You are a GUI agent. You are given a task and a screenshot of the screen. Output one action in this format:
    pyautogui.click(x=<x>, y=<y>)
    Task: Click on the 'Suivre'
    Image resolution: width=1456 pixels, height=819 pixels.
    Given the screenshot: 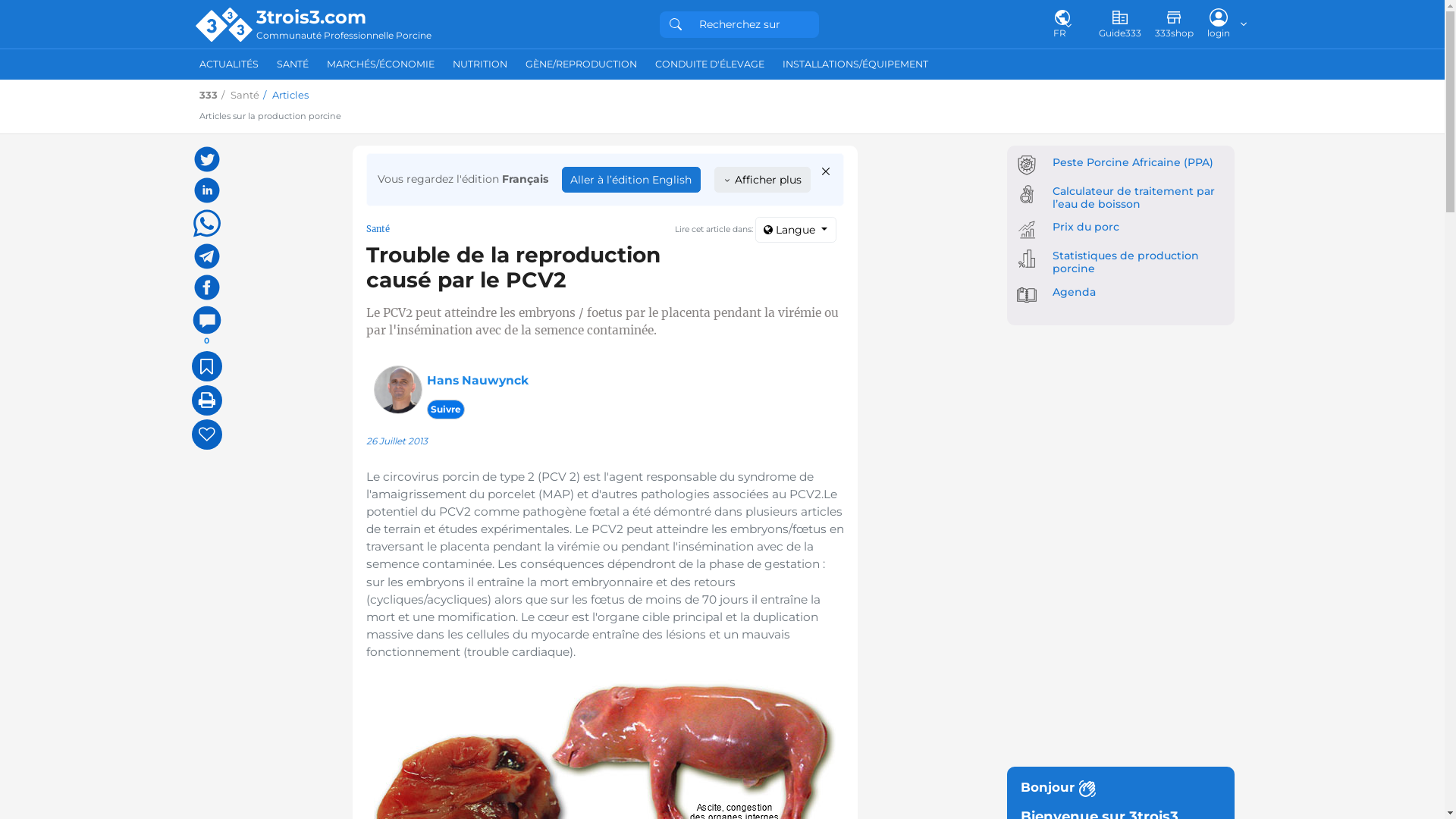 What is the action you would take?
    pyautogui.click(x=425, y=409)
    